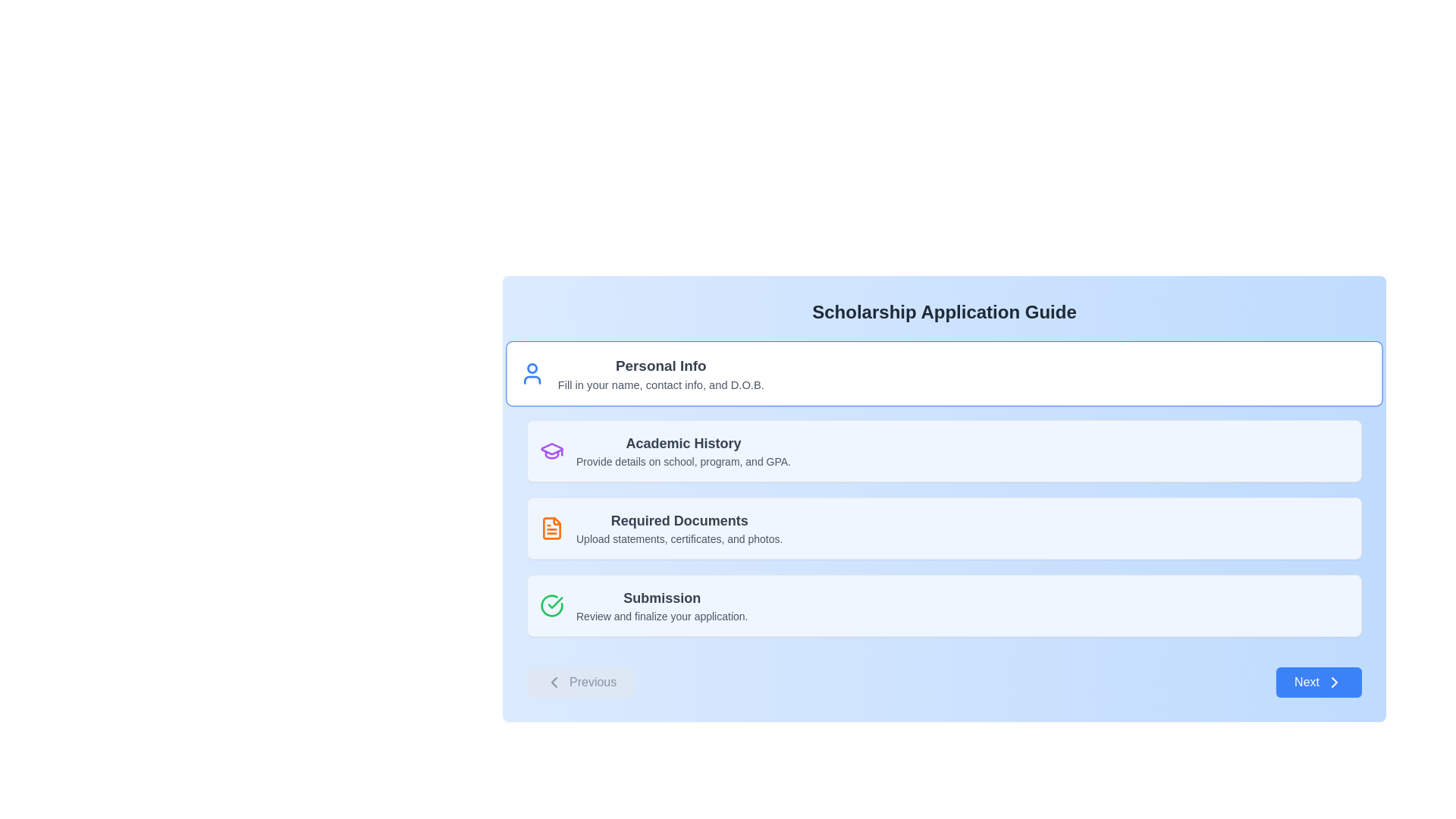  What do you see at coordinates (679, 538) in the screenshot?
I see `the descriptive text segment reading 'Upload statements, certificates, and photos.' which is located directly beneath the heading 'Required Documents' in the third section of the interface` at bounding box center [679, 538].